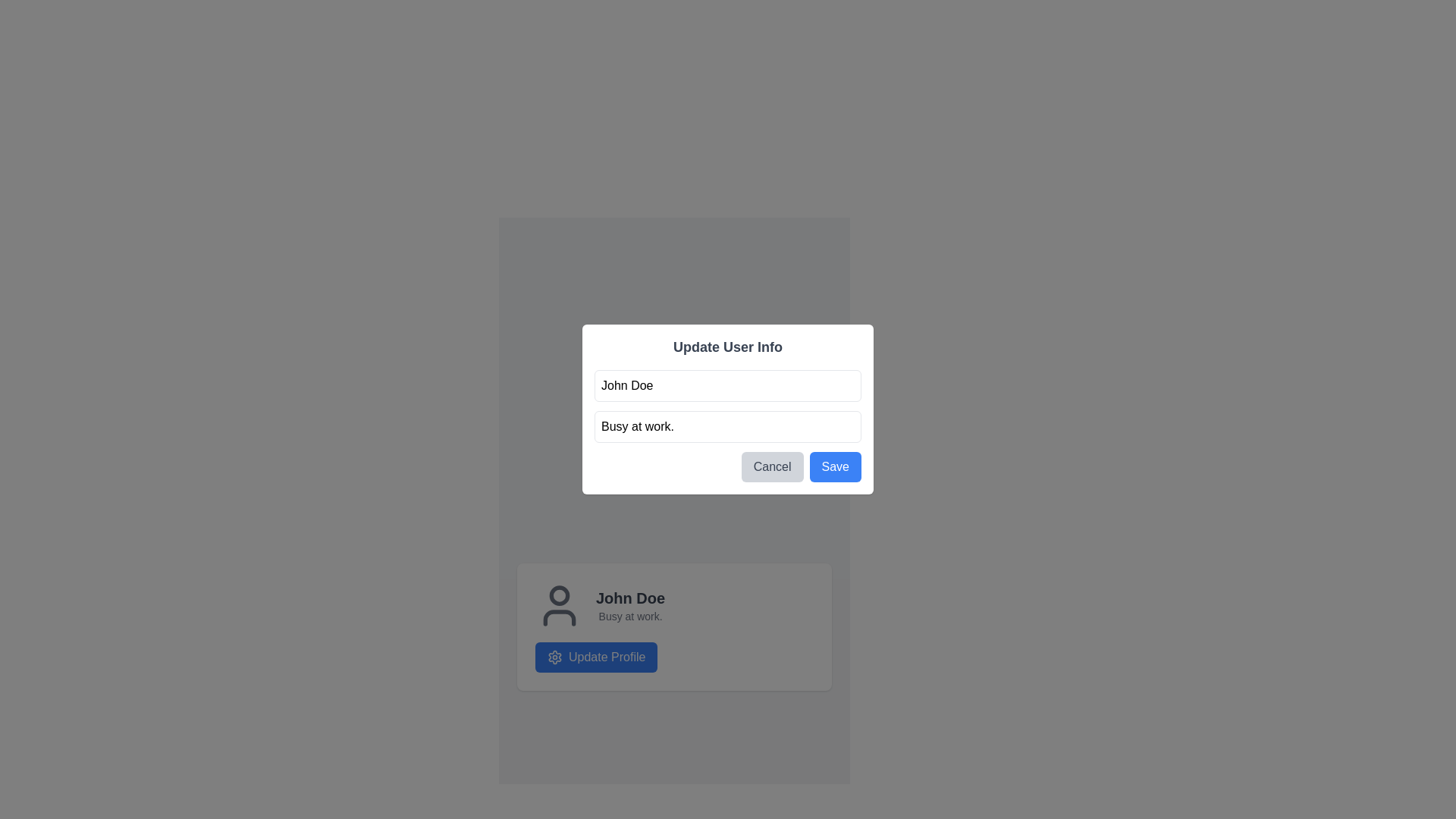 The width and height of the screenshot is (1456, 819). I want to click on the title or header text located at the top of the white, rounded rectangle box which indicates the context of the form, so click(728, 347).